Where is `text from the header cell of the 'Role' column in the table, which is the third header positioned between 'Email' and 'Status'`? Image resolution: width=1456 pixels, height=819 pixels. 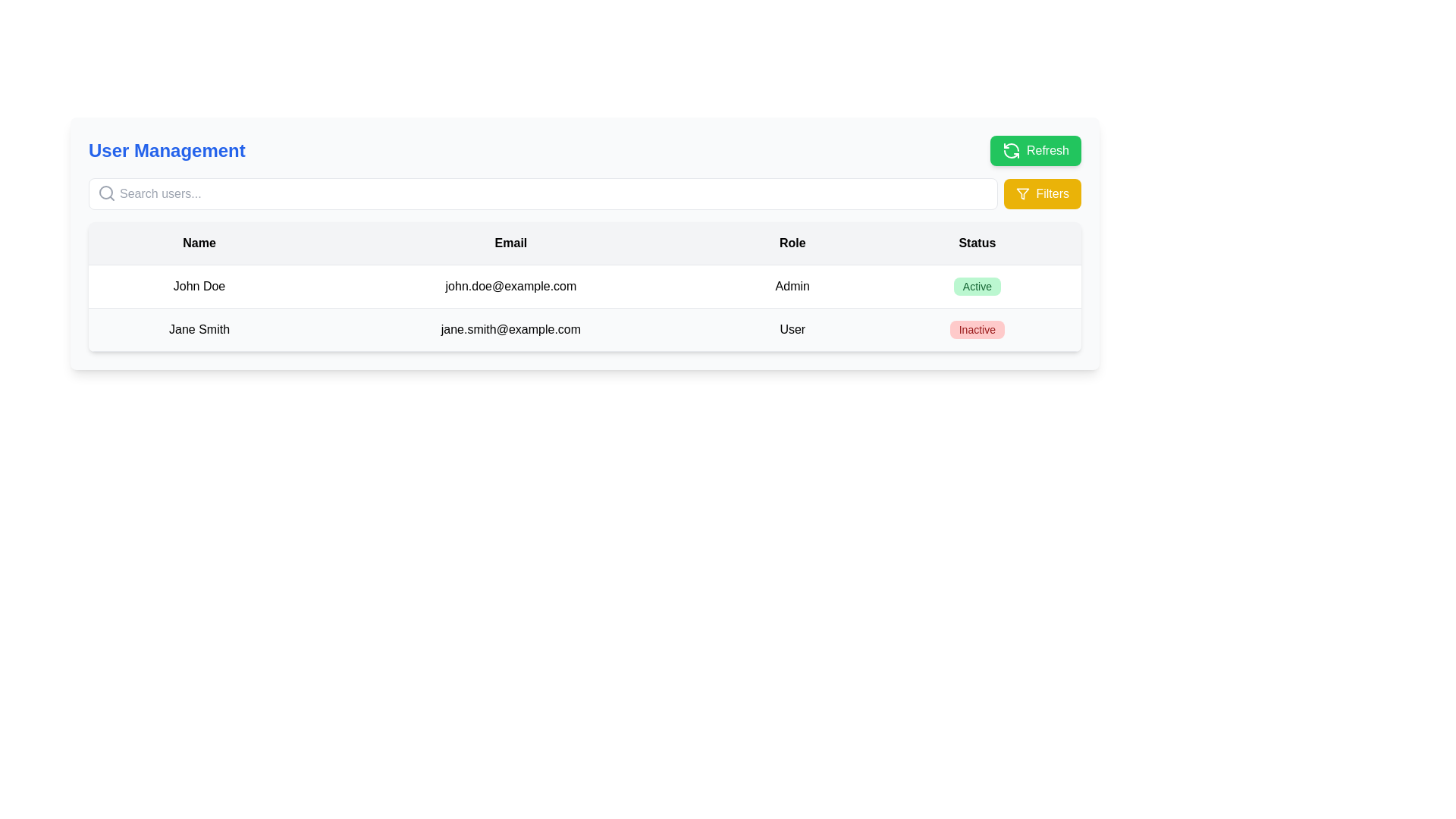 text from the header cell of the 'Role' column in the table, which is the third header positioned between 'Email' and 'Status' is located at coordinates (792, 243).